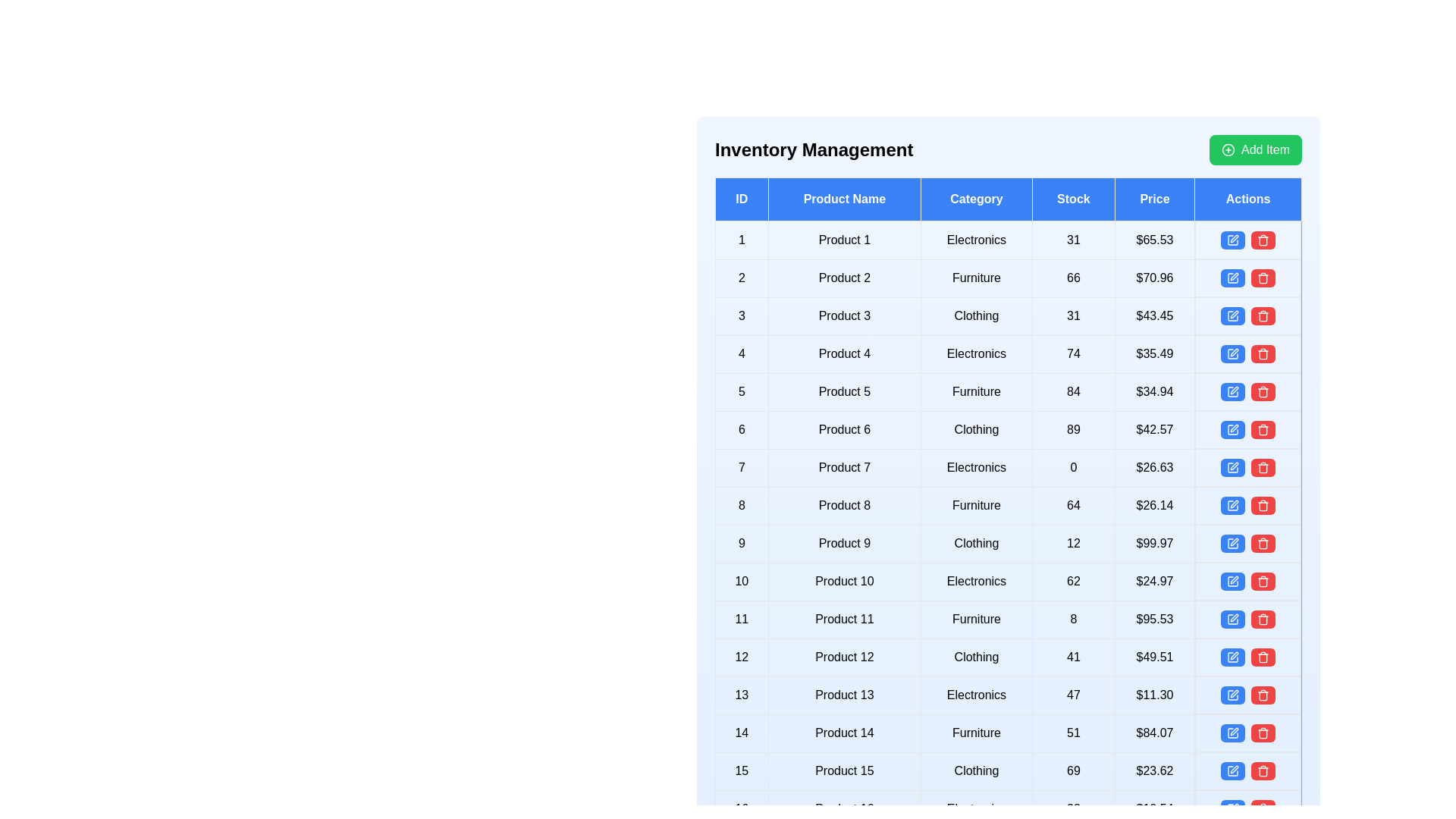 The image size is (1456, 819). What do you see at coordinates (742, 198) in the screenshot?
I see `the header of the column to sort or filter the table by ID` at bounding box center [742, 198].